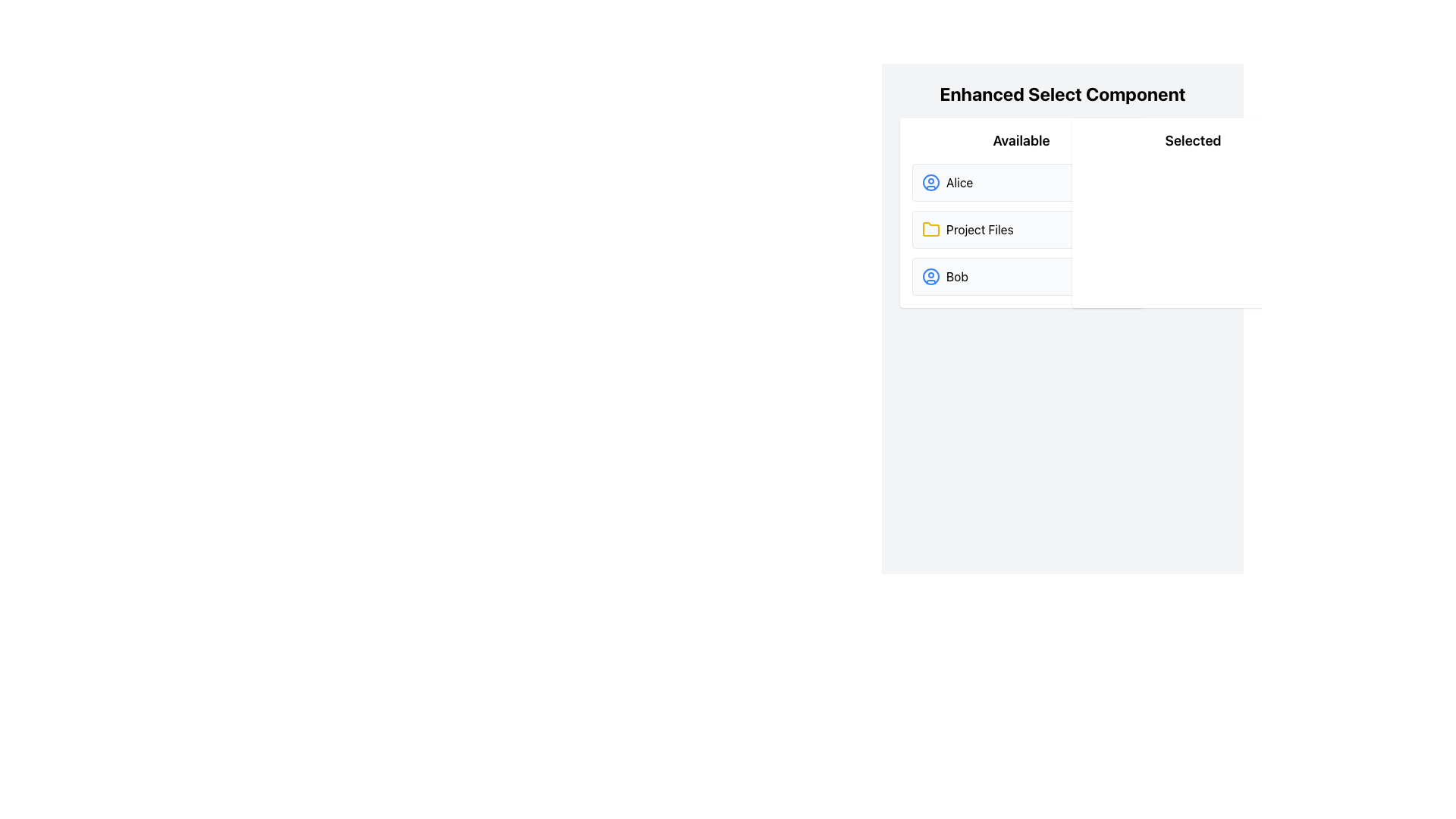 Image resolution: width=1456 pixels, height=819 pixels. Describe the element at coordinates (930, 228) in the screenshot. I see `the folder icon located in the 'Available' section, next to the text 'Project Files'` at that location.